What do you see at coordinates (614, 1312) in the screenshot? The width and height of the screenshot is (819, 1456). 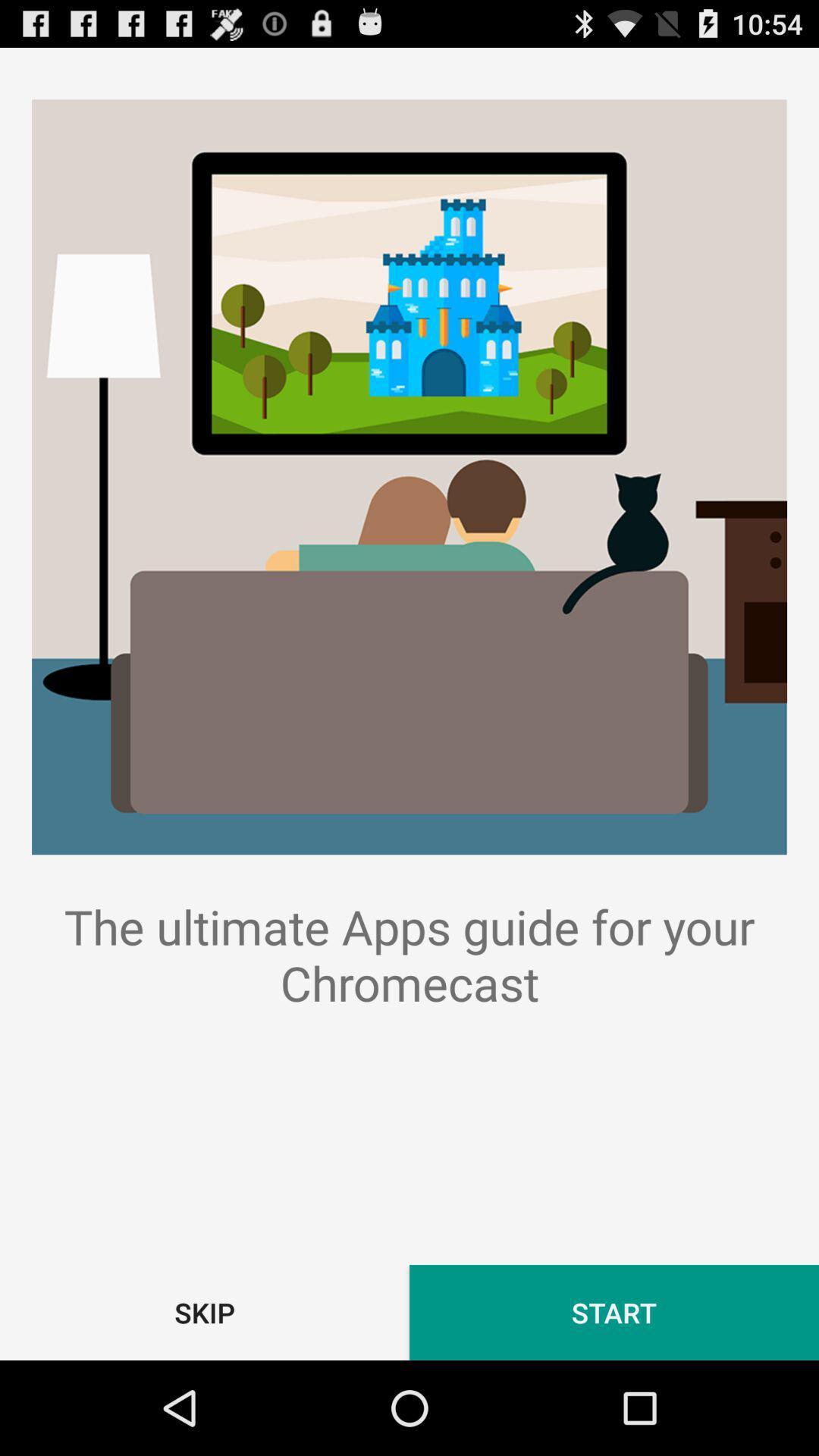 I see `the item to the right of skip icon` at bounding box center [614, 1312].